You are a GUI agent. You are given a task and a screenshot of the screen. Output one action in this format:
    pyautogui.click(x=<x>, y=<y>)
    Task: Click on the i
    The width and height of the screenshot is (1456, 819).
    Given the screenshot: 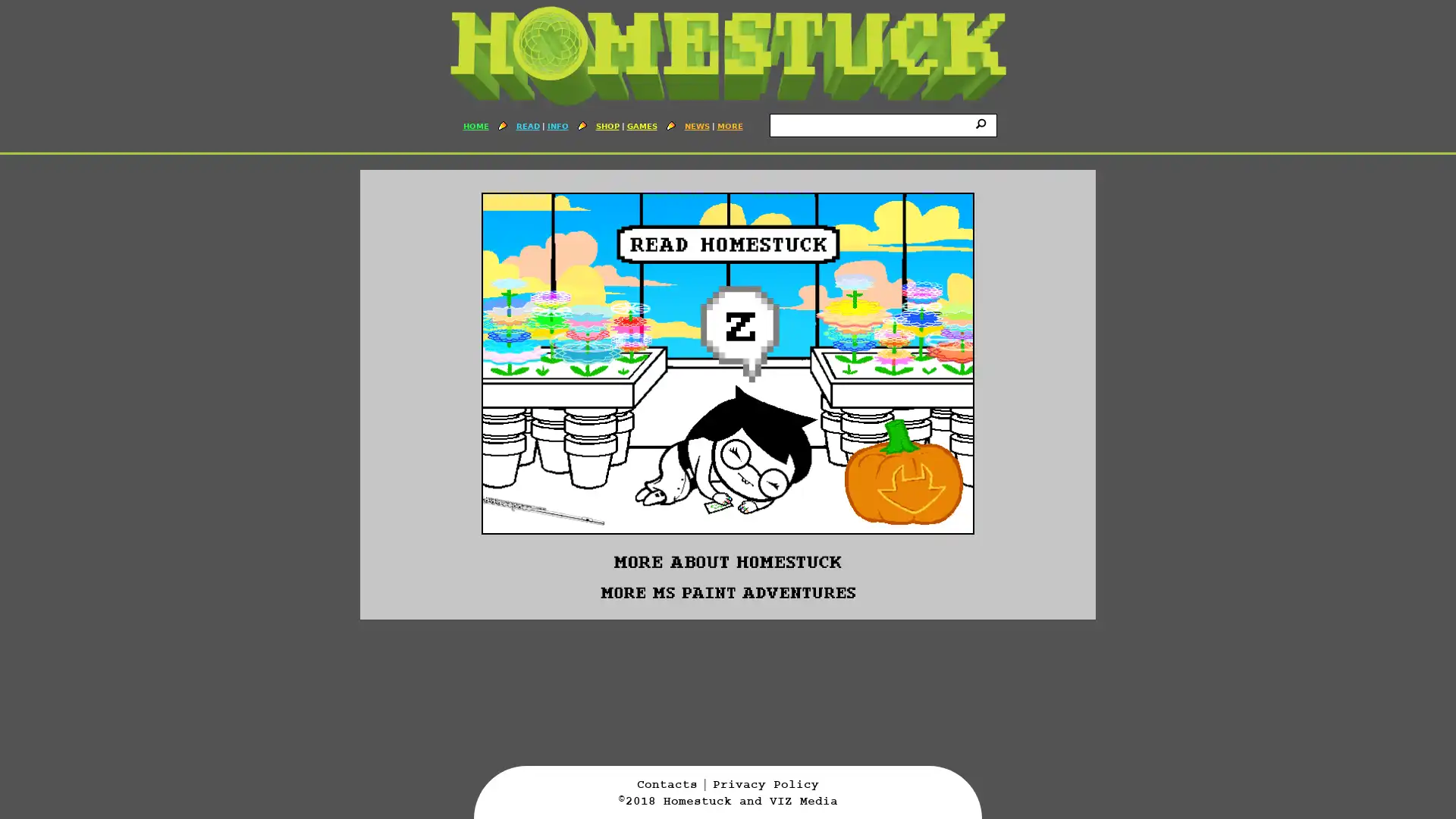 What is the action you would take?
    pyautogui.click(x=983, y=122)
    